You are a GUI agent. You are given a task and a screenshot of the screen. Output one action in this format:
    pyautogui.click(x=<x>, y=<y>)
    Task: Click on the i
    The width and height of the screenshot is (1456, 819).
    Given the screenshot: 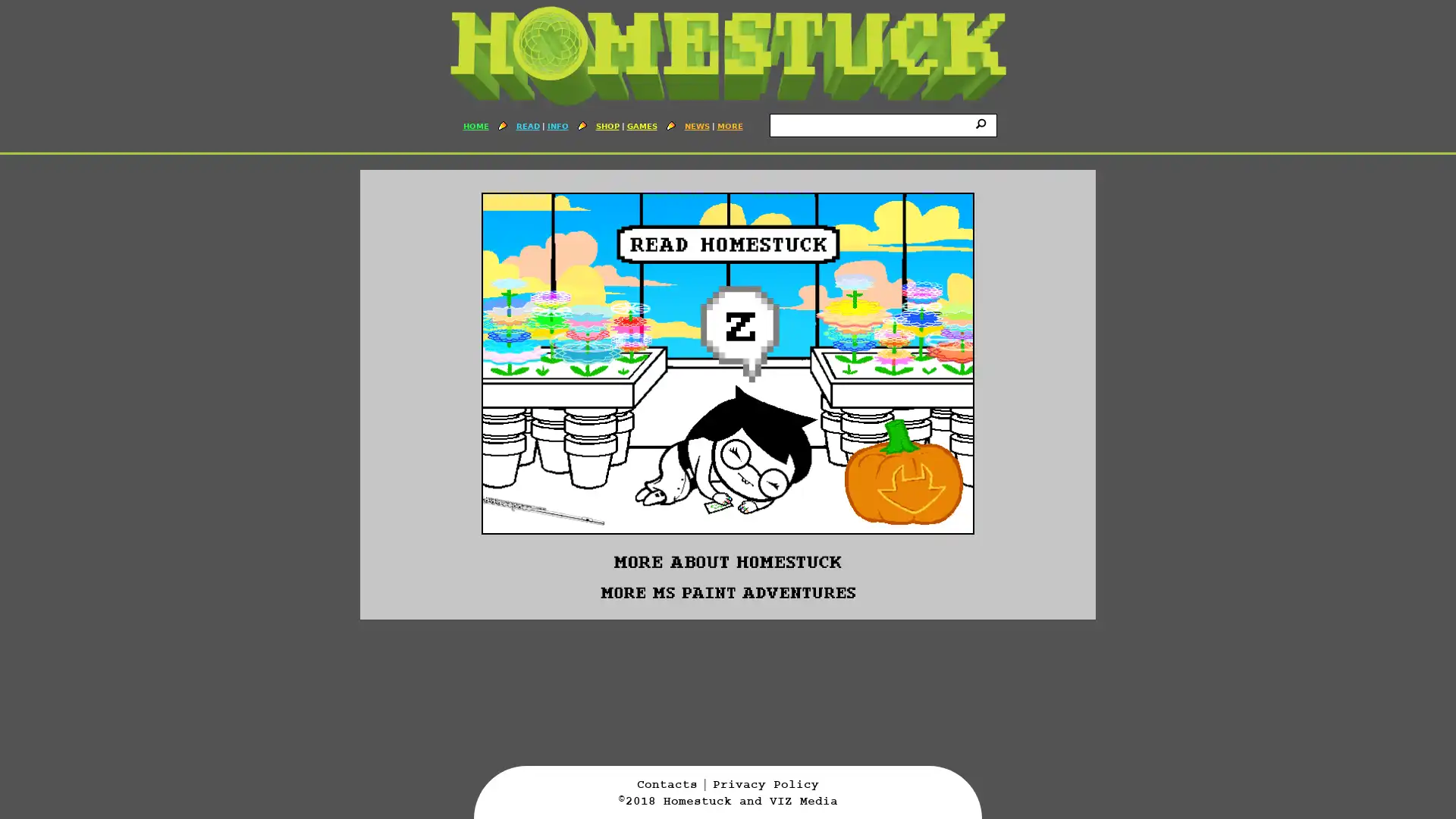 What is the action you would take?
    pyautogui.click(x=983, y=122)
    